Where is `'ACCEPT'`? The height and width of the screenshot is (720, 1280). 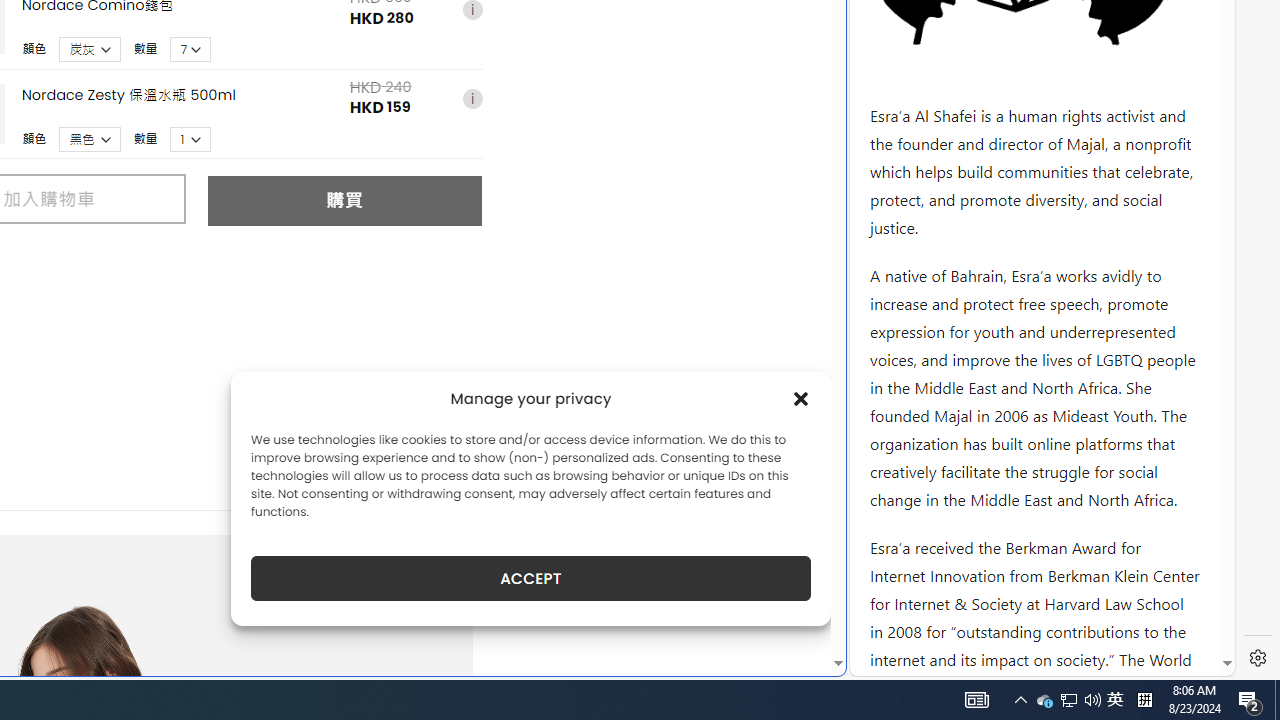
'ACCEPT' is located at coordinates (531, 578).